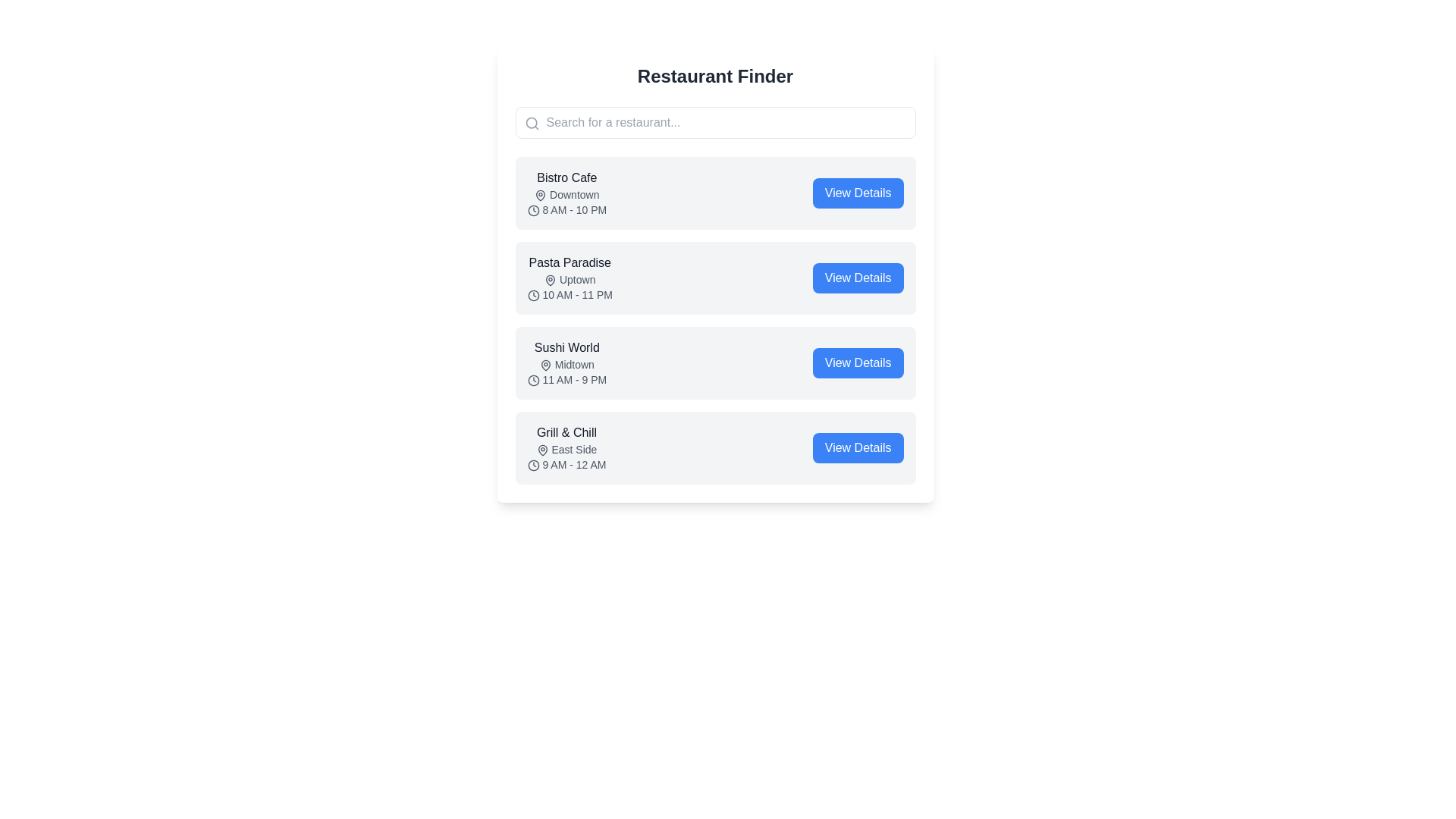 This screenshot has height=819, width=1456. I want to click on the circle within the SVG clock icon, which is part of the 'Bistro Cafe' card, located above the 'Downtown' text and next to the '8 AM - 10 PM' timing, so click(533, 211).